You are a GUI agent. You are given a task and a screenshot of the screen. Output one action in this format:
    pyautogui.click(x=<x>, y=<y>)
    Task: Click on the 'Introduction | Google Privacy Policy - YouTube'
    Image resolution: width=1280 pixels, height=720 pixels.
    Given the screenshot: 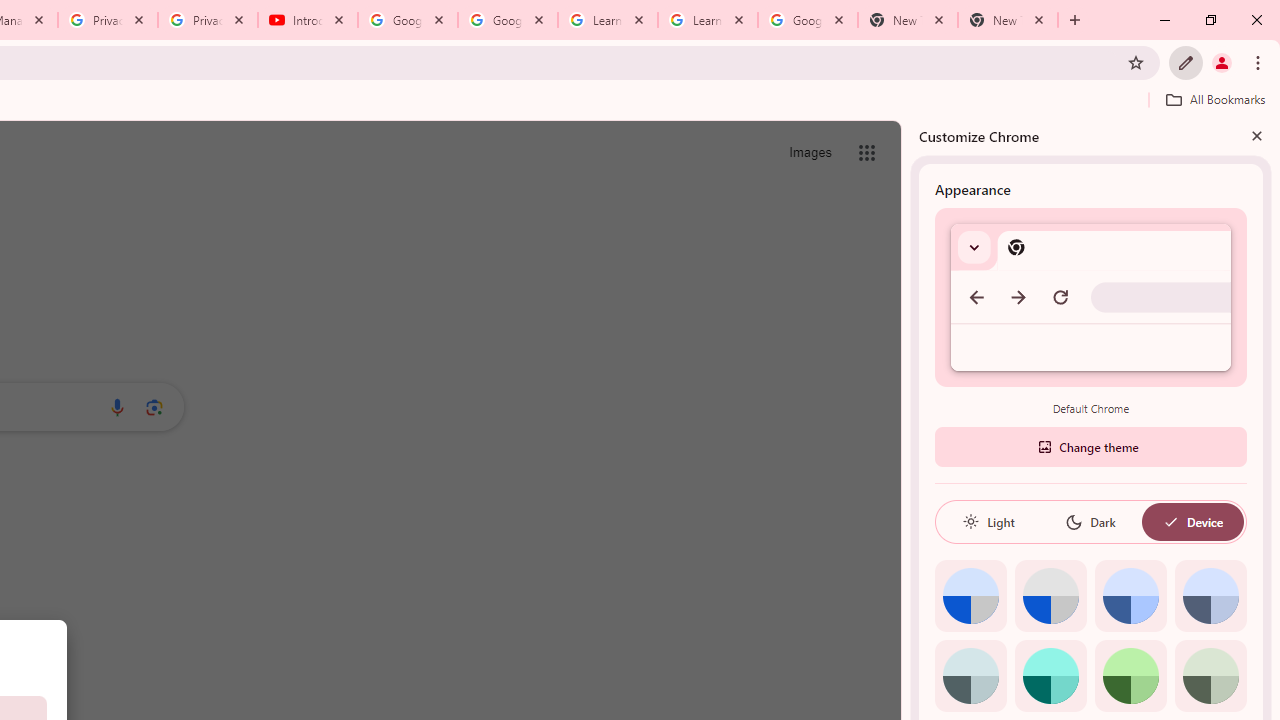 What is the action you would take?
    pyautogui.click(x=307, y=20)
    